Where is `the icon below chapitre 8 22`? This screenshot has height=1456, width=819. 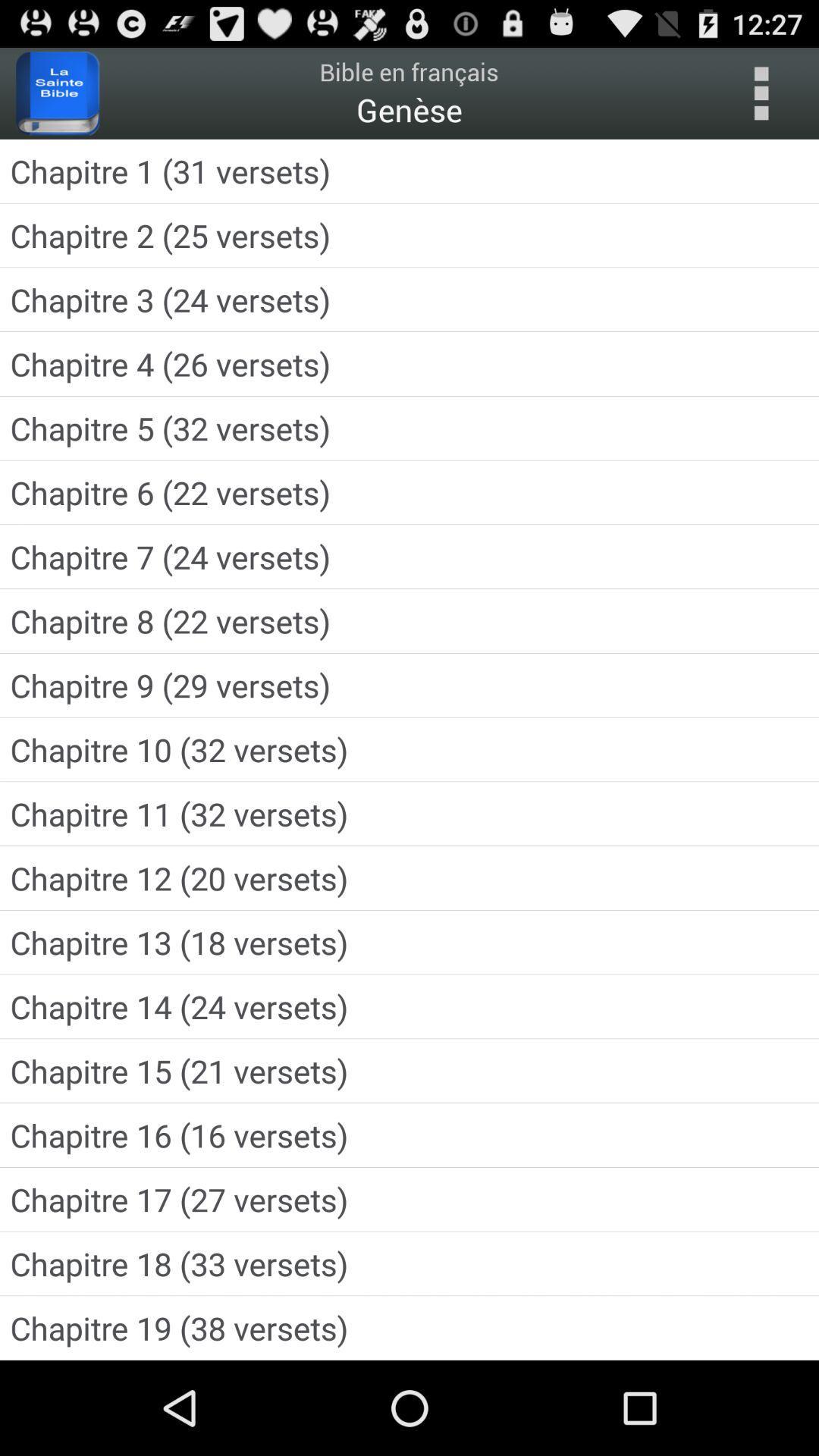
the icon below chapitre 8 22 is located at coordinates (409, 684).